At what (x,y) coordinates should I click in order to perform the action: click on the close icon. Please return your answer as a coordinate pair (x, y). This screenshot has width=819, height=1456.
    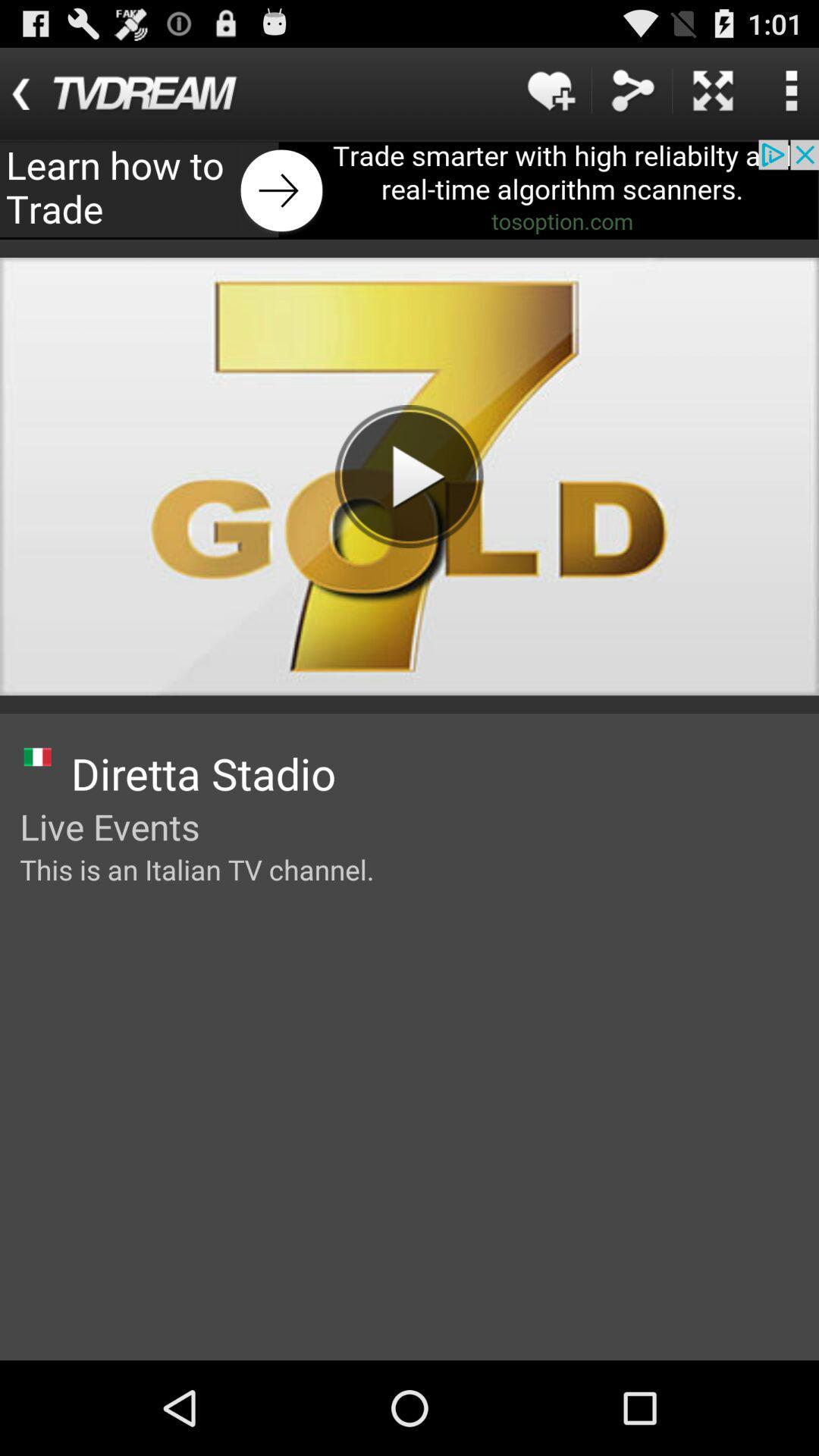
    Looking at the image, I should click on (713, 96).